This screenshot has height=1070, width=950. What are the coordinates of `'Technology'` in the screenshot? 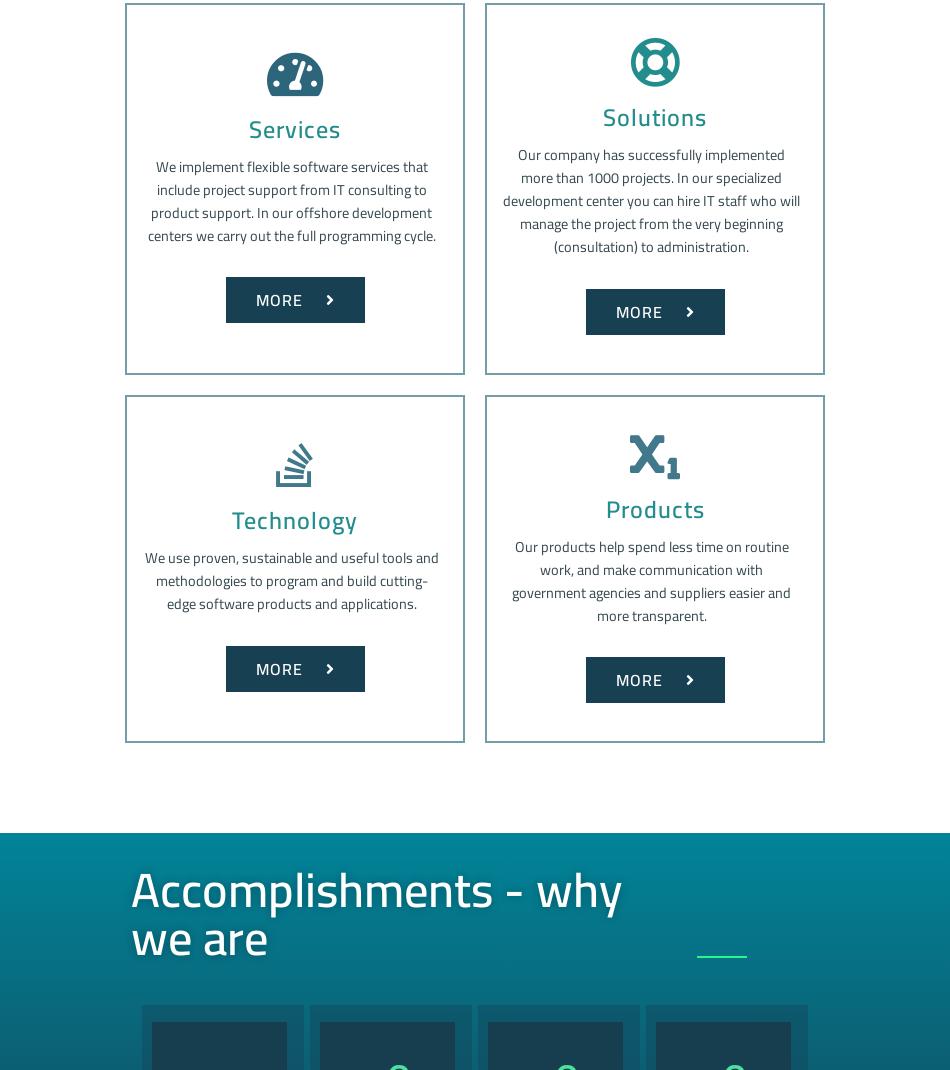 It's located at (293, 520).